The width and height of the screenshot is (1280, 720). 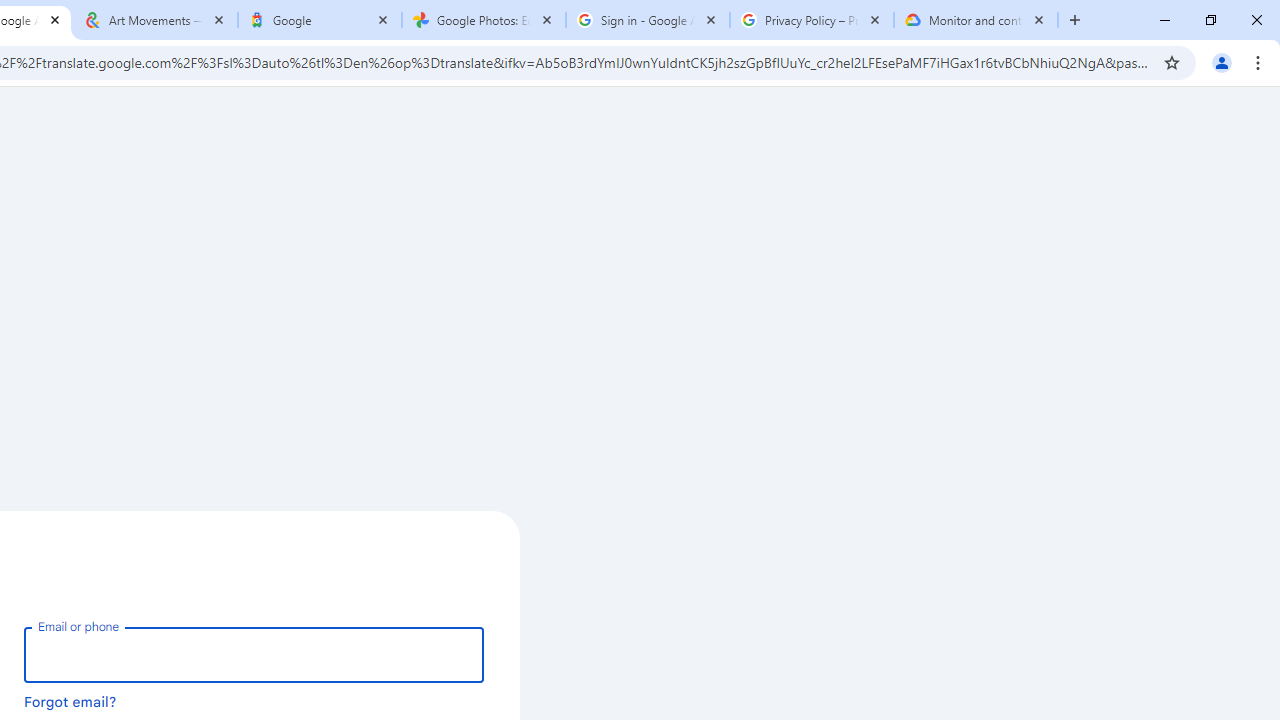 I want to click on 'Email or phone', so click(x=253, y=654).